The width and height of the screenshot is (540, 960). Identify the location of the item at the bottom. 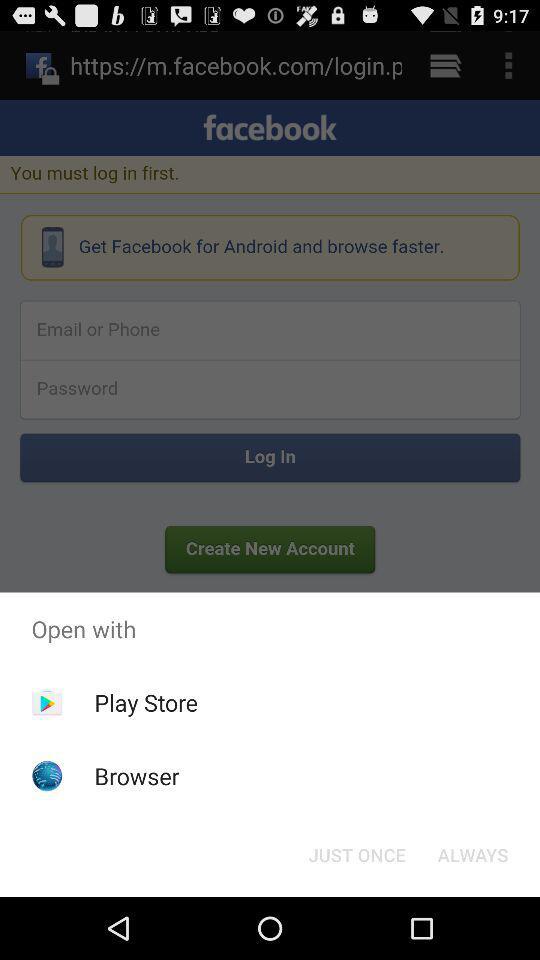
(356, 853).